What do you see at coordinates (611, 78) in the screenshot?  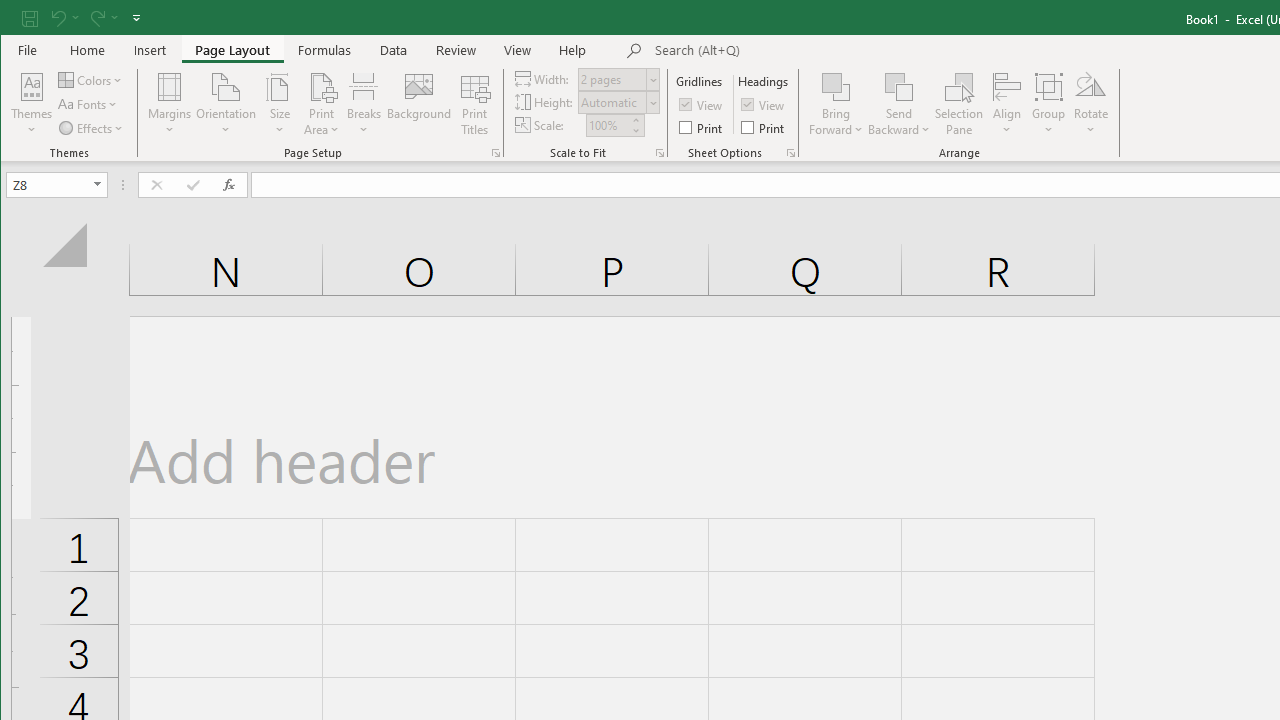 I see `'Width'` at bounding box center [611, 78].